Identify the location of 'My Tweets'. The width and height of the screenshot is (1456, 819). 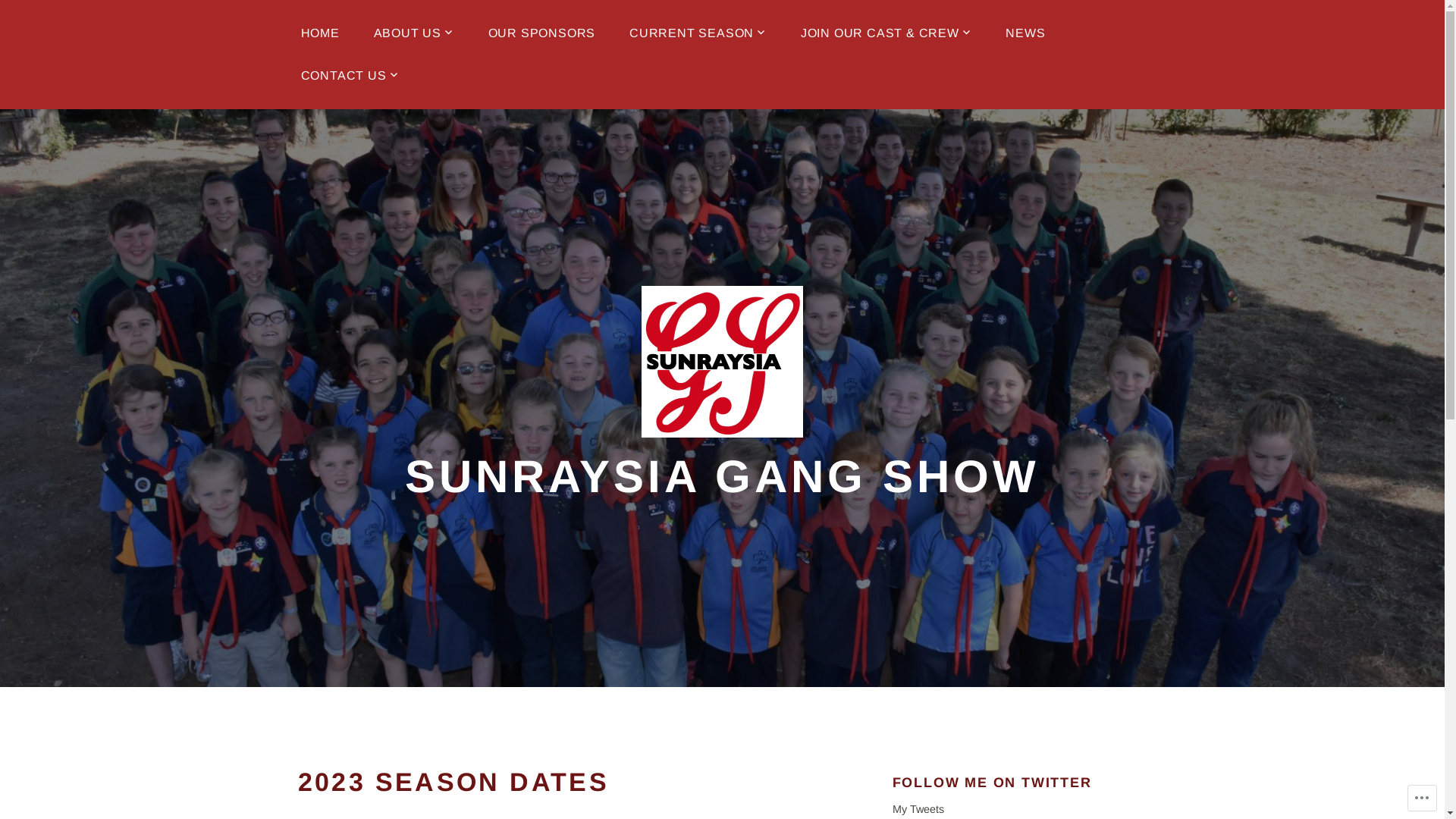
(892, 809).